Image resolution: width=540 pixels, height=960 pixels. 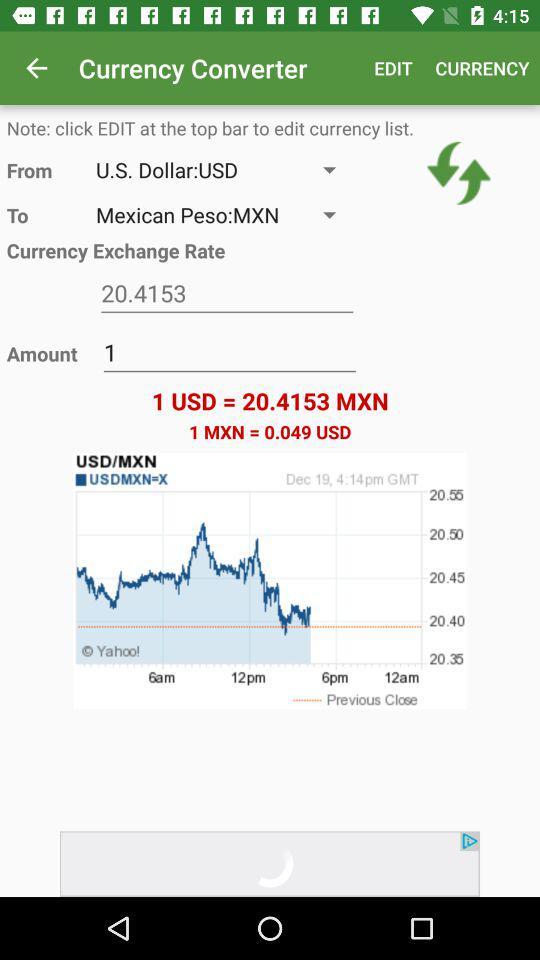 What do you see at coordinates (459, 172) in the screenshot?
I see `the item next to the note click edit item` at bounding box center [459, 172].